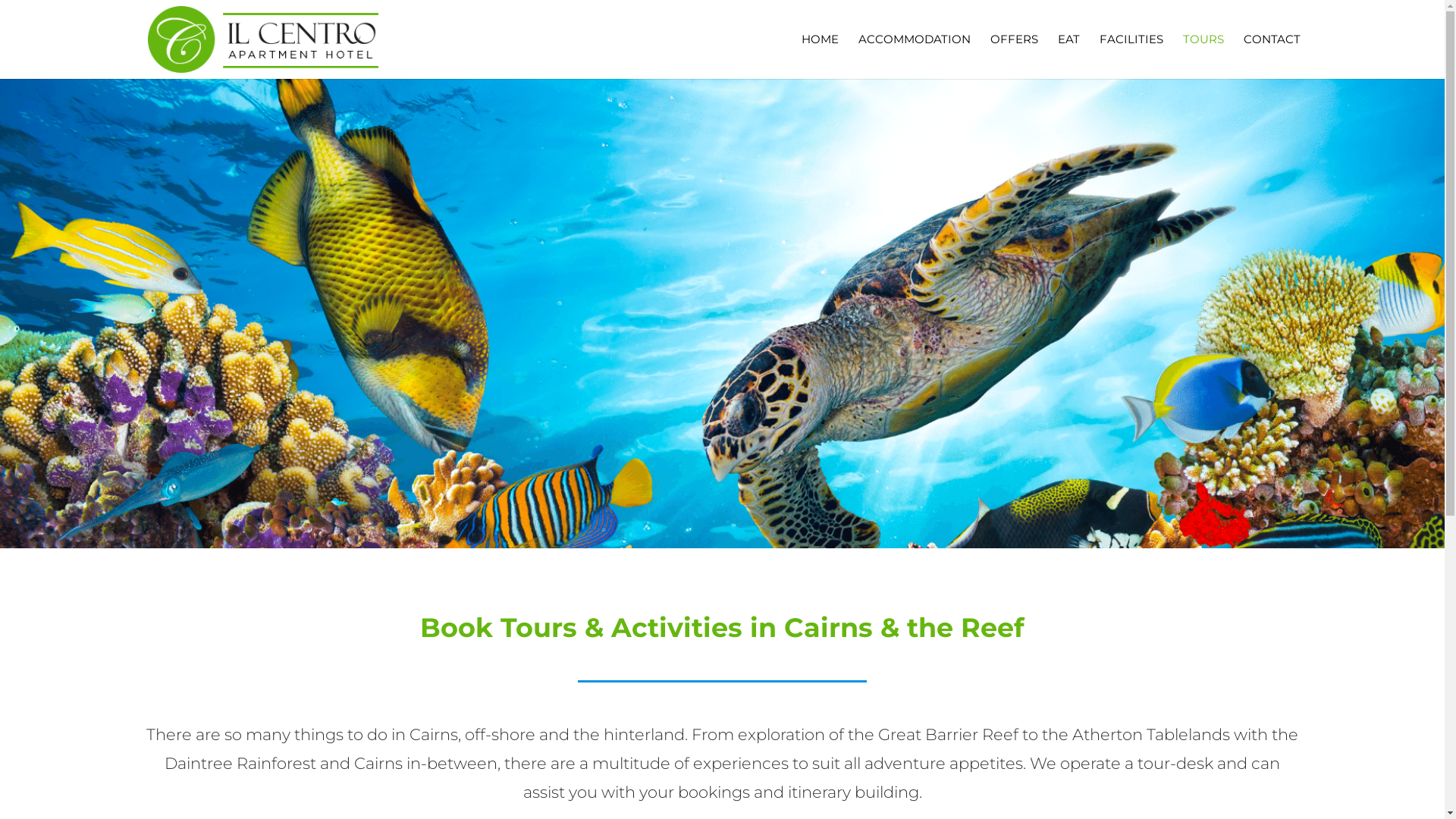 The image size is (1456, 819). I want to click on 'HOME', so click(800, 55).